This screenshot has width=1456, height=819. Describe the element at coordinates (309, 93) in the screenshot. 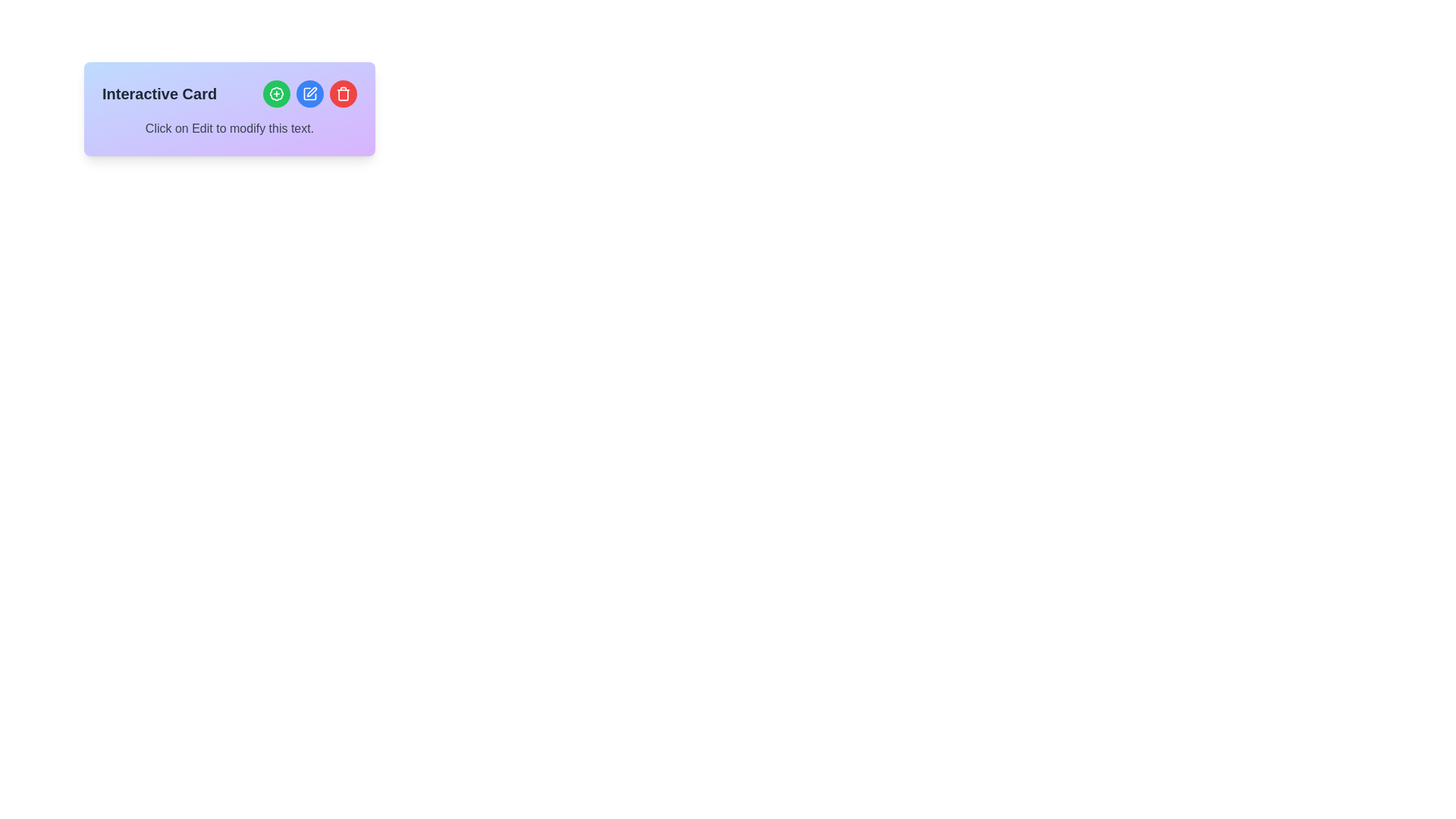

I see `the 'Edit' button located in the top-right corner of the 'Interactive Card' component` at that location.